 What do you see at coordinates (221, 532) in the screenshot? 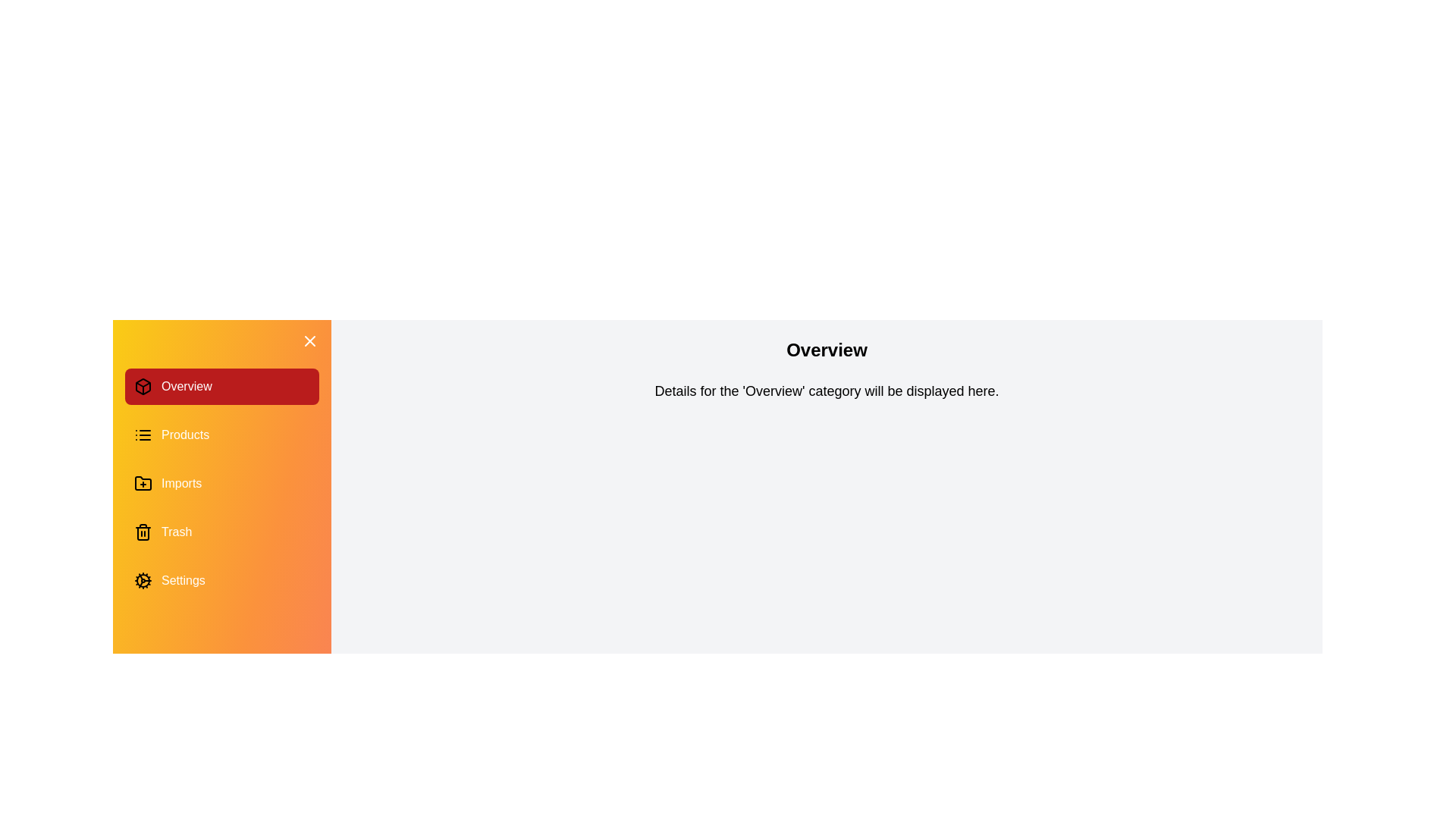
I see `the category item Trash to observe the hover effect` at bounding box center [221, 532].